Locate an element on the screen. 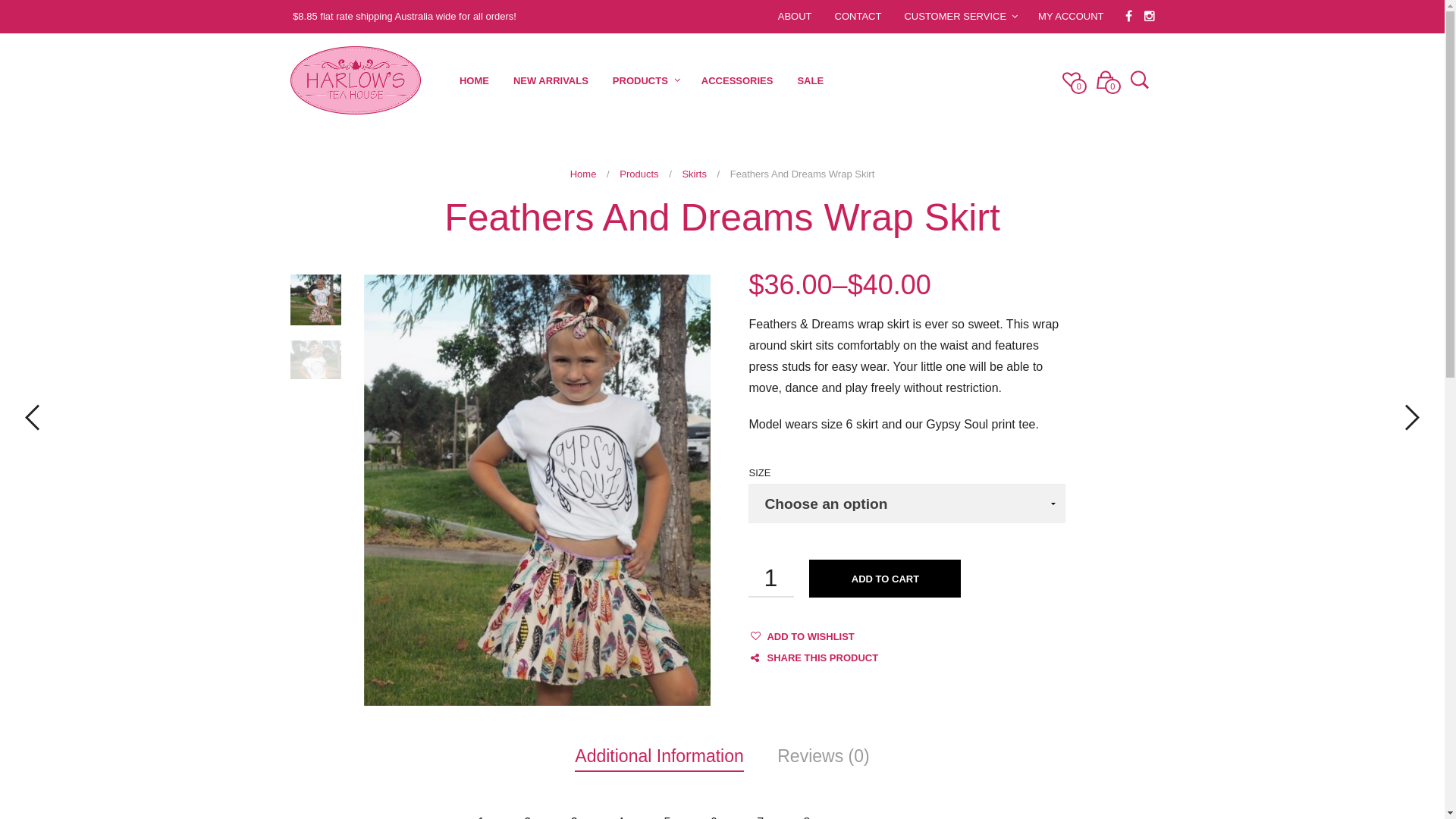 The height and width of the screenshot is (819, 1456). 'Skirts' is located at coordinates (693, 173).